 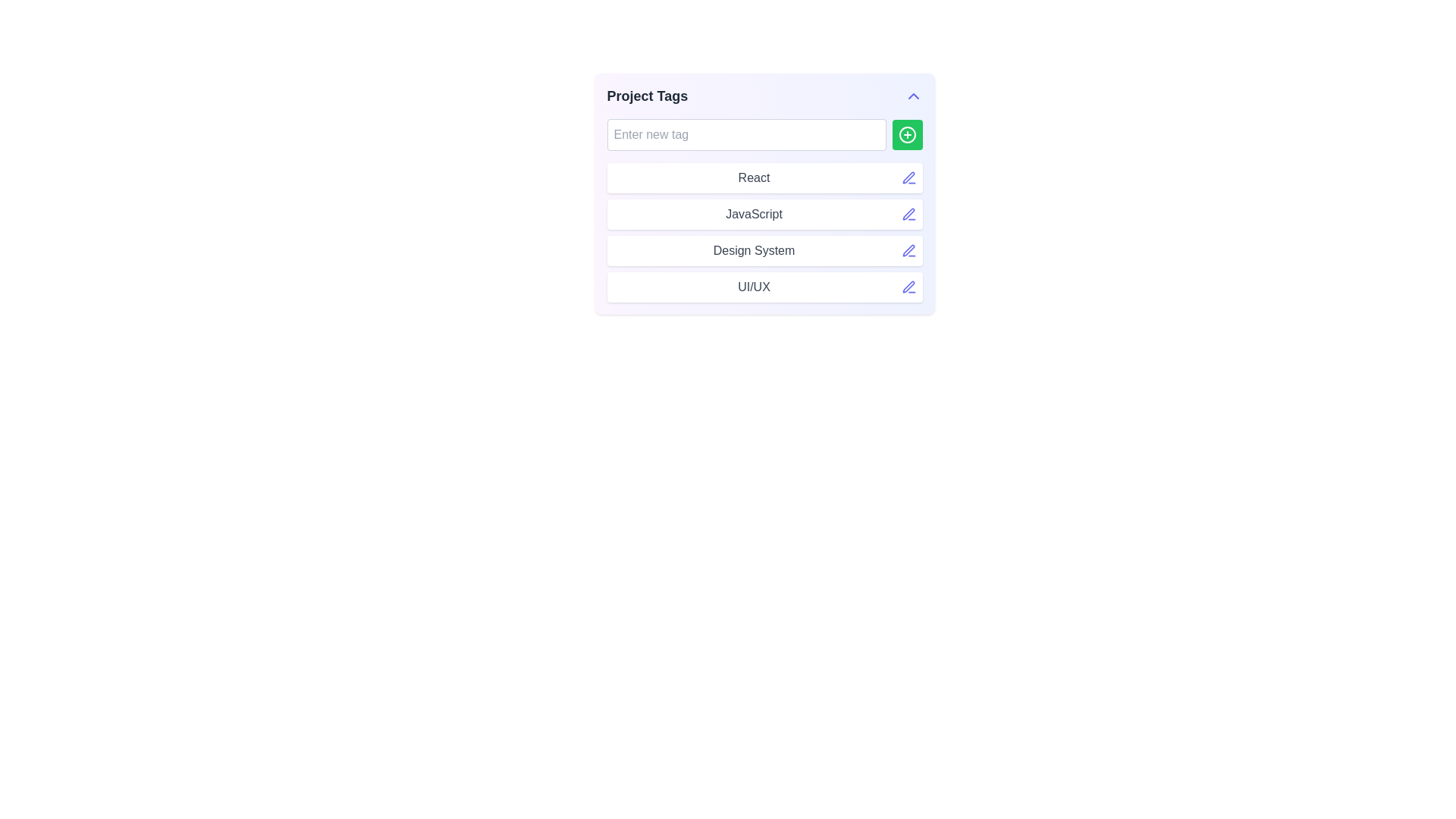 What do you see at coordinates (764, 233) in the screenshot?
I see `the 'JavaScript' tag in the Project Tags section` at bounding box center [764, 233].